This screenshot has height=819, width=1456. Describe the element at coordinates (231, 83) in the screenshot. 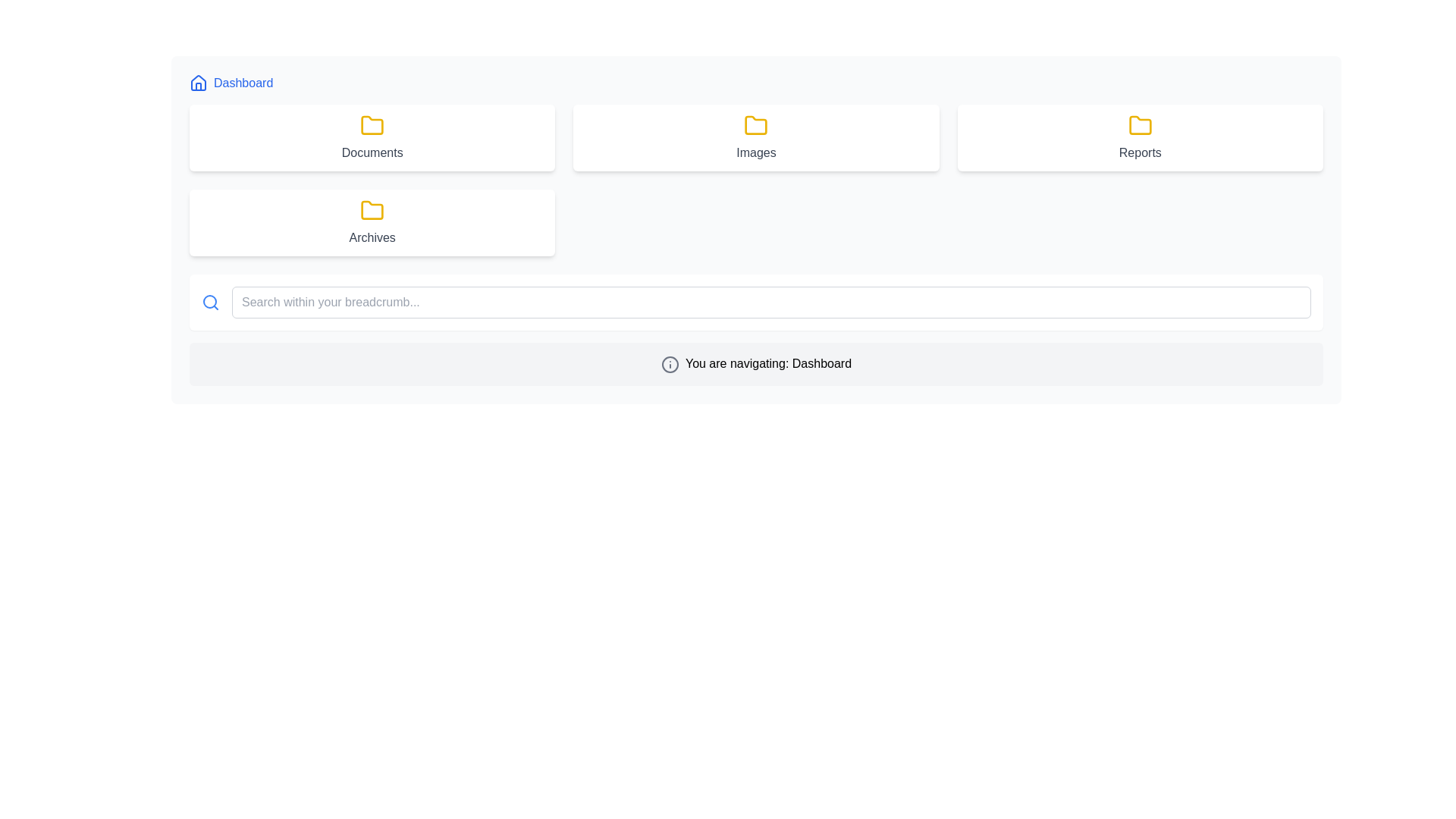

I see `the 'Dashboard' link, which is styled in blue text and located beside a house icon` at that location.